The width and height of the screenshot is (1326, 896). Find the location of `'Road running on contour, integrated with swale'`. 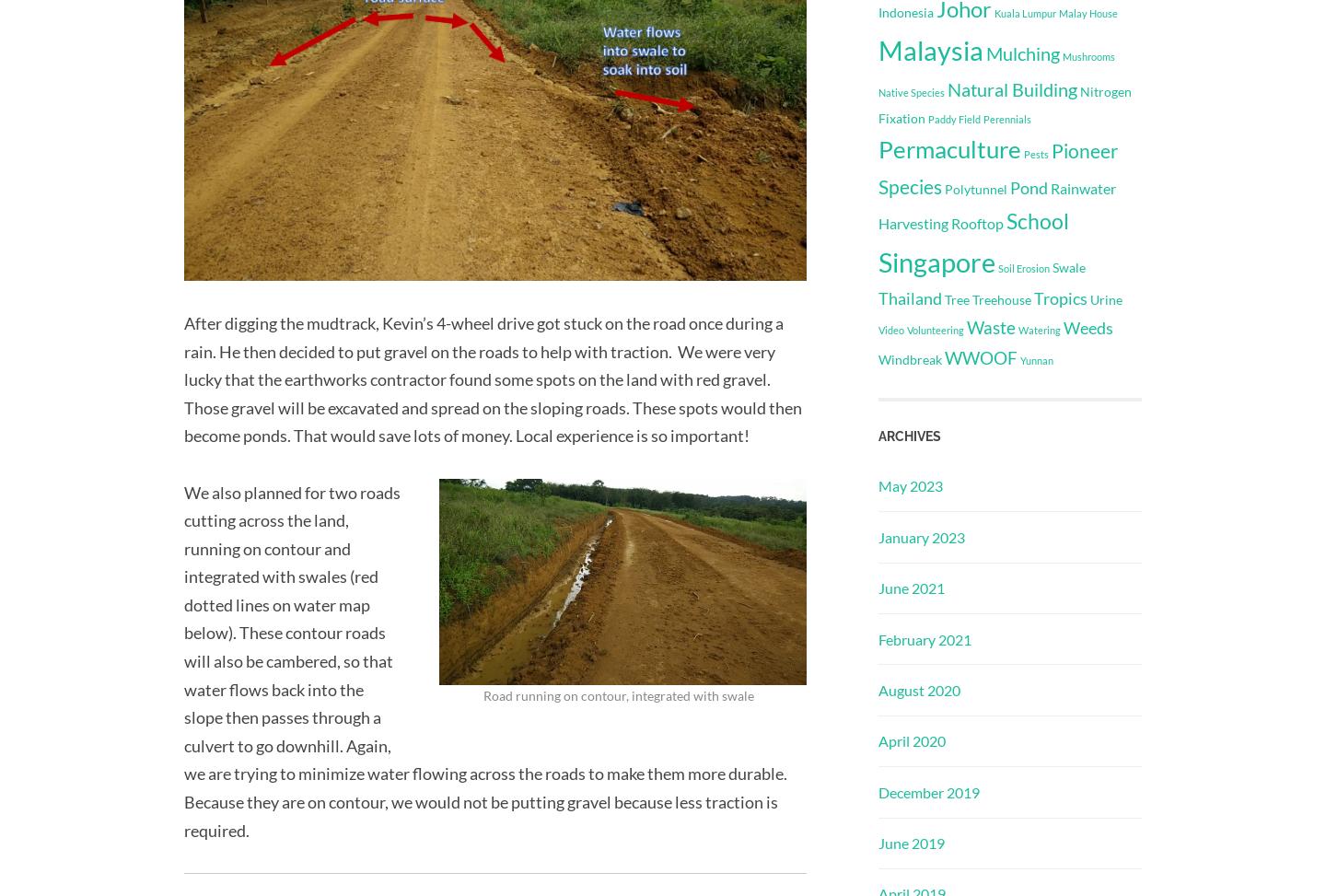

'Road running on contour, integrated with swale' is located at coordinates (618, 694).